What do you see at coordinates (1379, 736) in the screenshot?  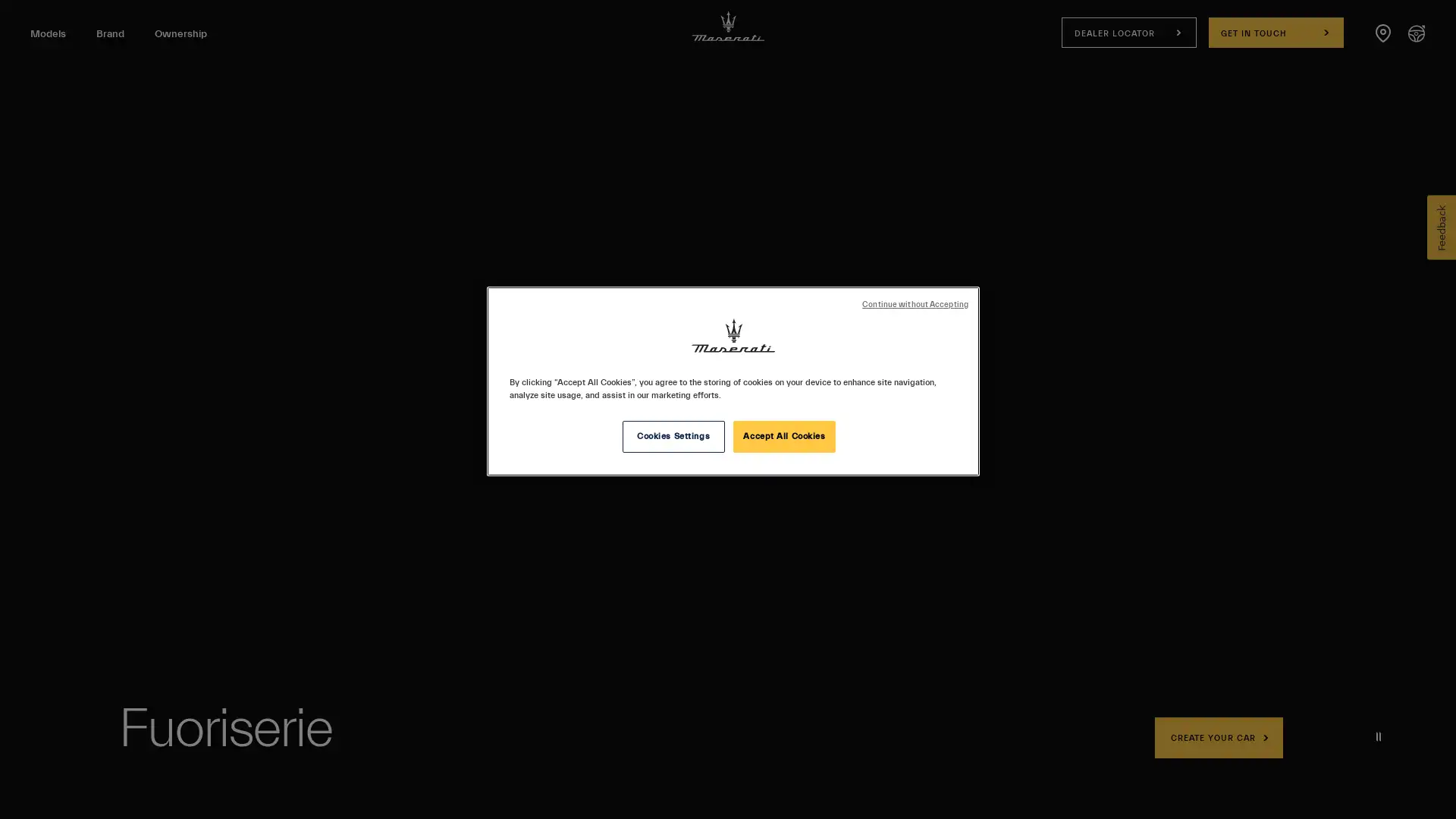 I see `Stop Preview video` at bounding box center [1379, 736].